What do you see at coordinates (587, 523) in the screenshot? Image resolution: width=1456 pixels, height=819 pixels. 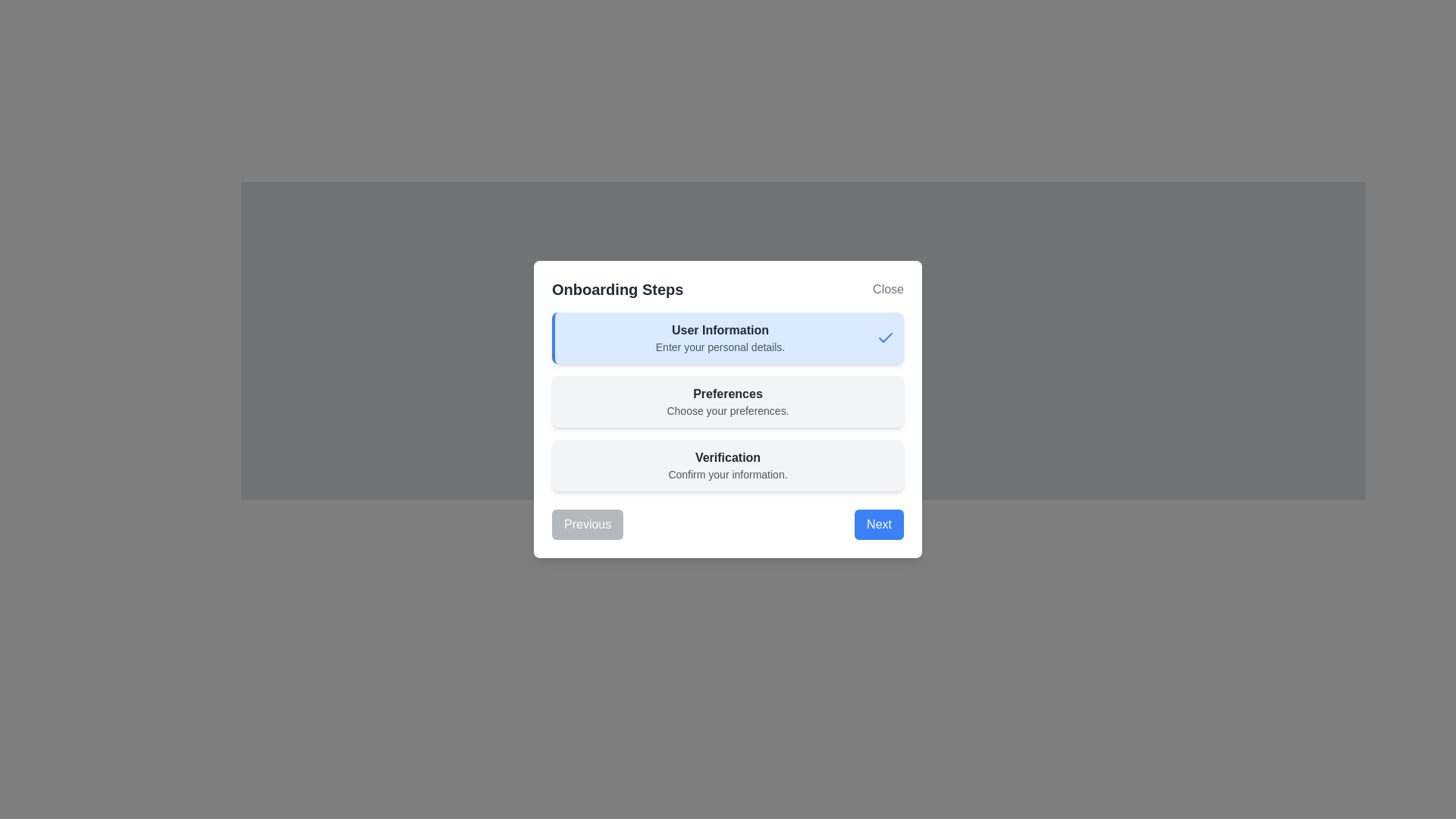 I see `the 'Previous' button located at the bottom left of the modal dialog` at bounding box center [587, 523].